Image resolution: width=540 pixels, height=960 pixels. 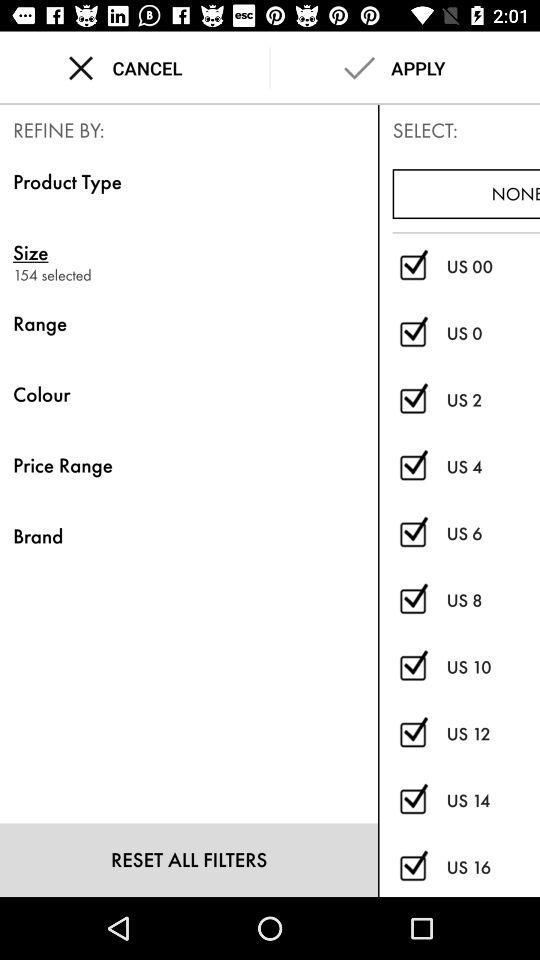 What do you see at coordinates (412, 801) in the screenshot?
I see `unselect us 14` at bounding box center [412, 801].